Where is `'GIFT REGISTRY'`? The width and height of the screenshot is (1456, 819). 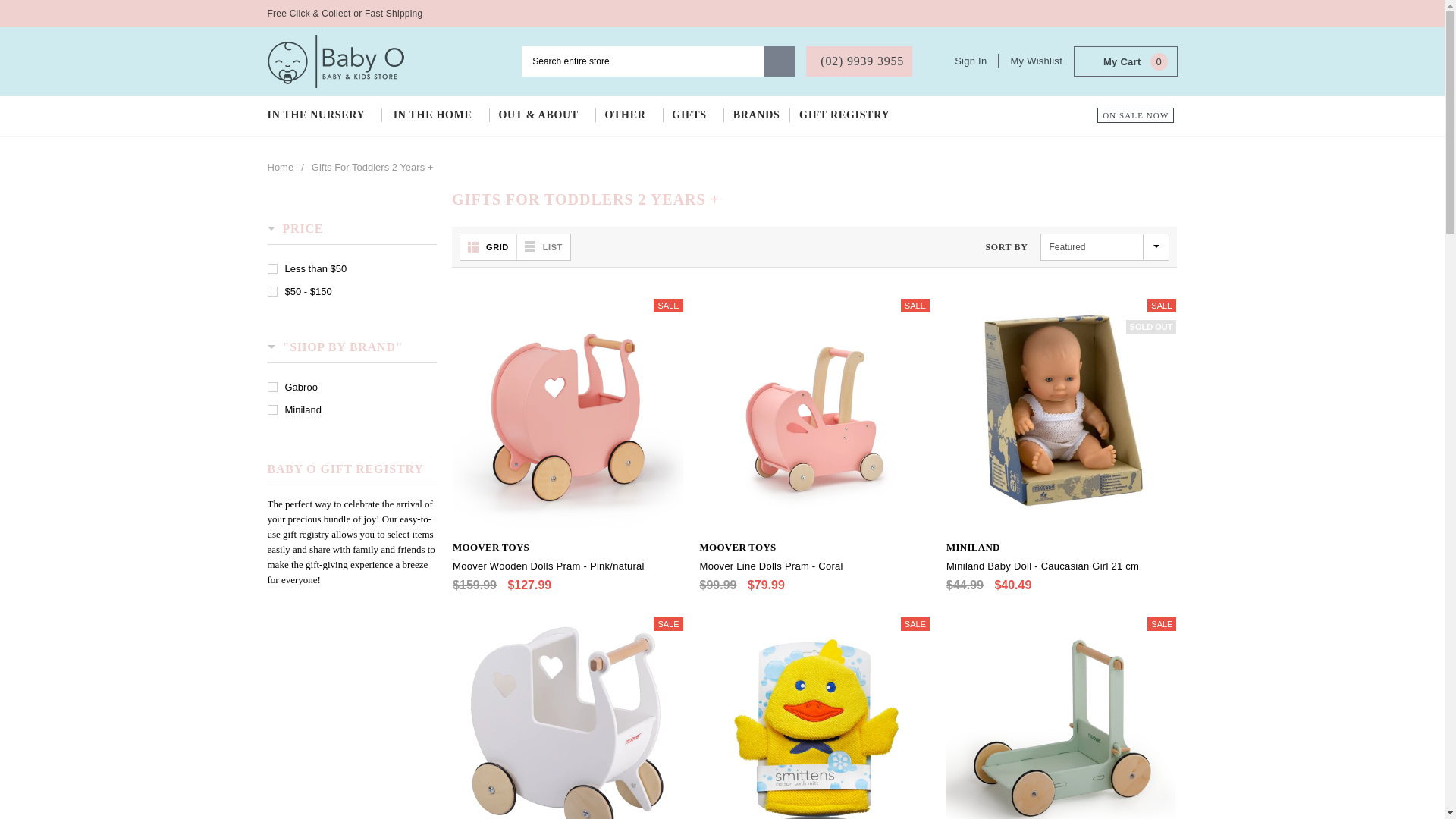
'GIFT REGISTRY' is located at coordinates (847, 115).